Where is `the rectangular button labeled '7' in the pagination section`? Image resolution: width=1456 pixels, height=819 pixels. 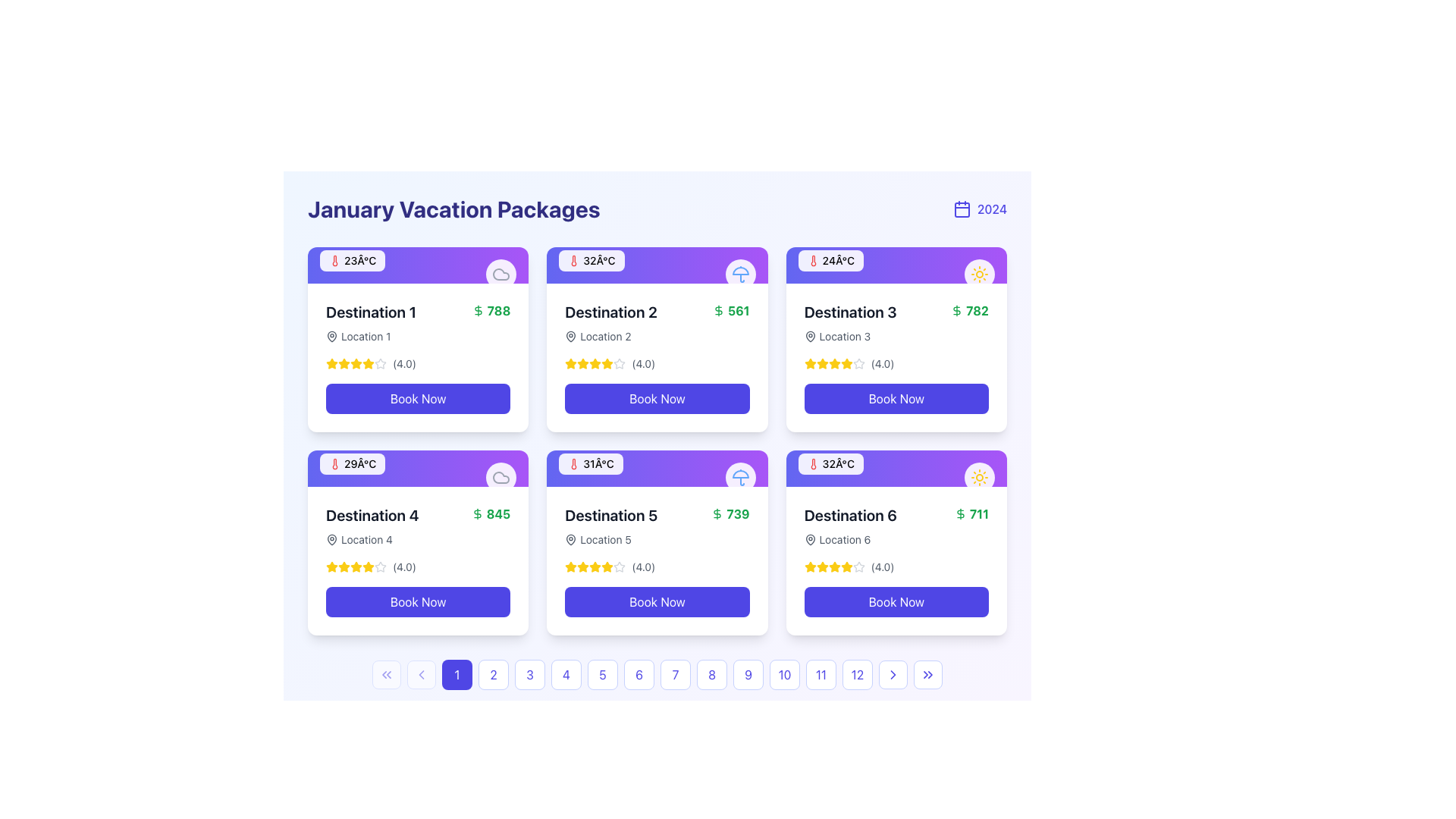 the rectangular button labeled '7' in the pagination section is located at coordinates (657, 674).